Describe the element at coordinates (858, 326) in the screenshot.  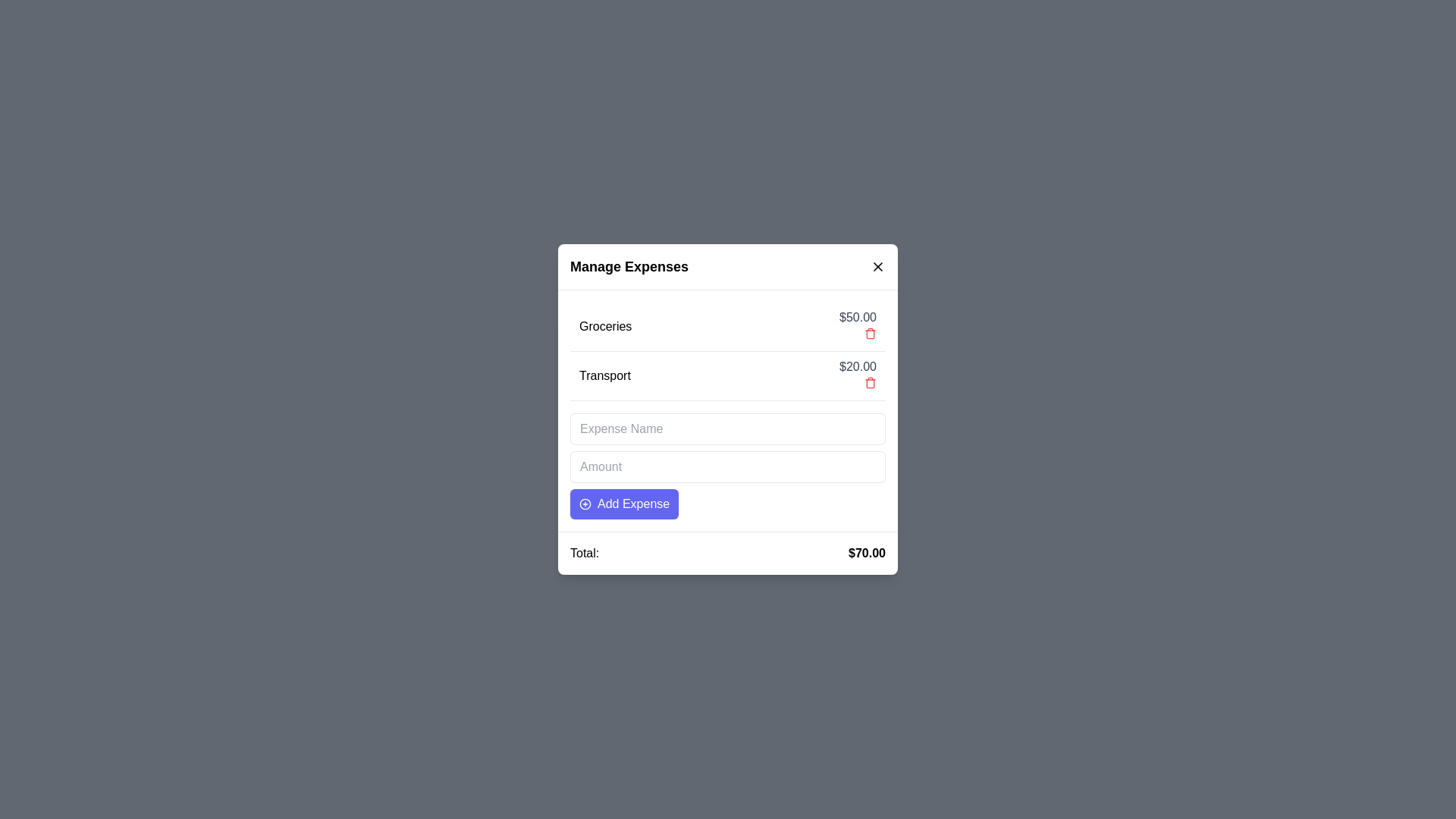
I see `the static text label displaying the amount '$50.00' which is bold and located on the right-hand side of the 'Groceries' entry row` at that location.